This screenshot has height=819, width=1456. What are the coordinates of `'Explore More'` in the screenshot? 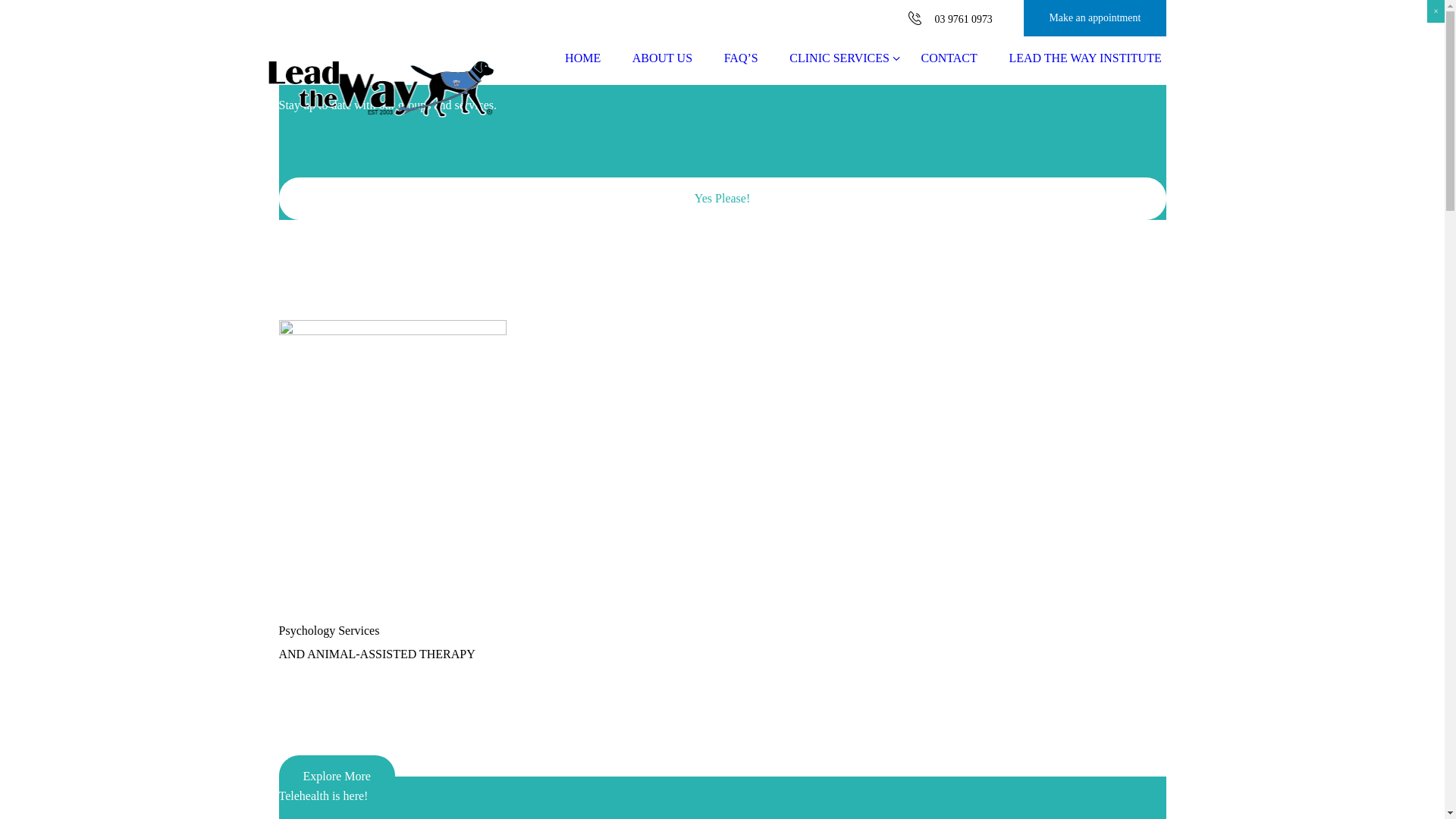 It's located at (336, 776).